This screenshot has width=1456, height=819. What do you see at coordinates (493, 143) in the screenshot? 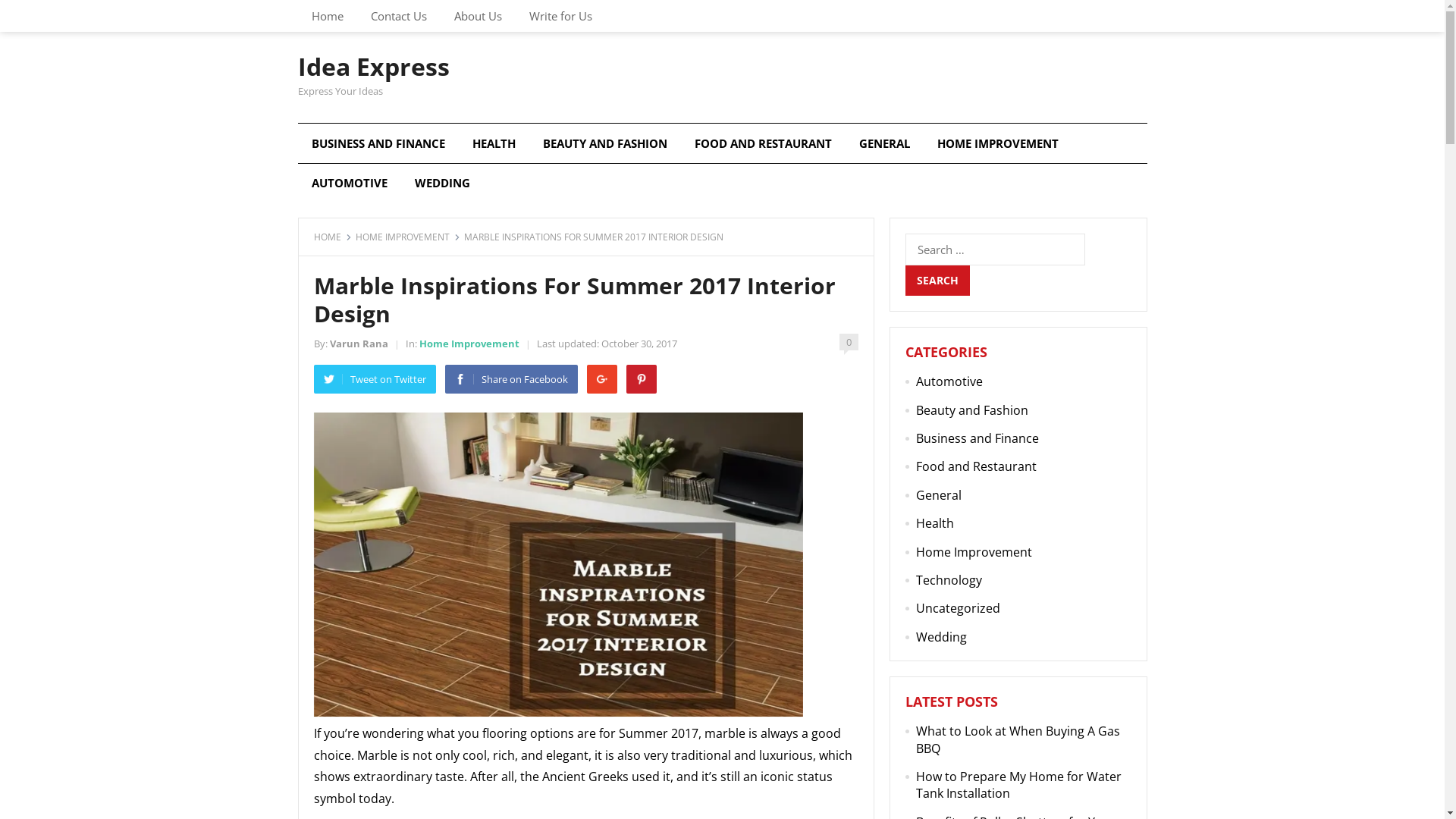
I see `'HEALTH'` at bounding box center [493, 143].